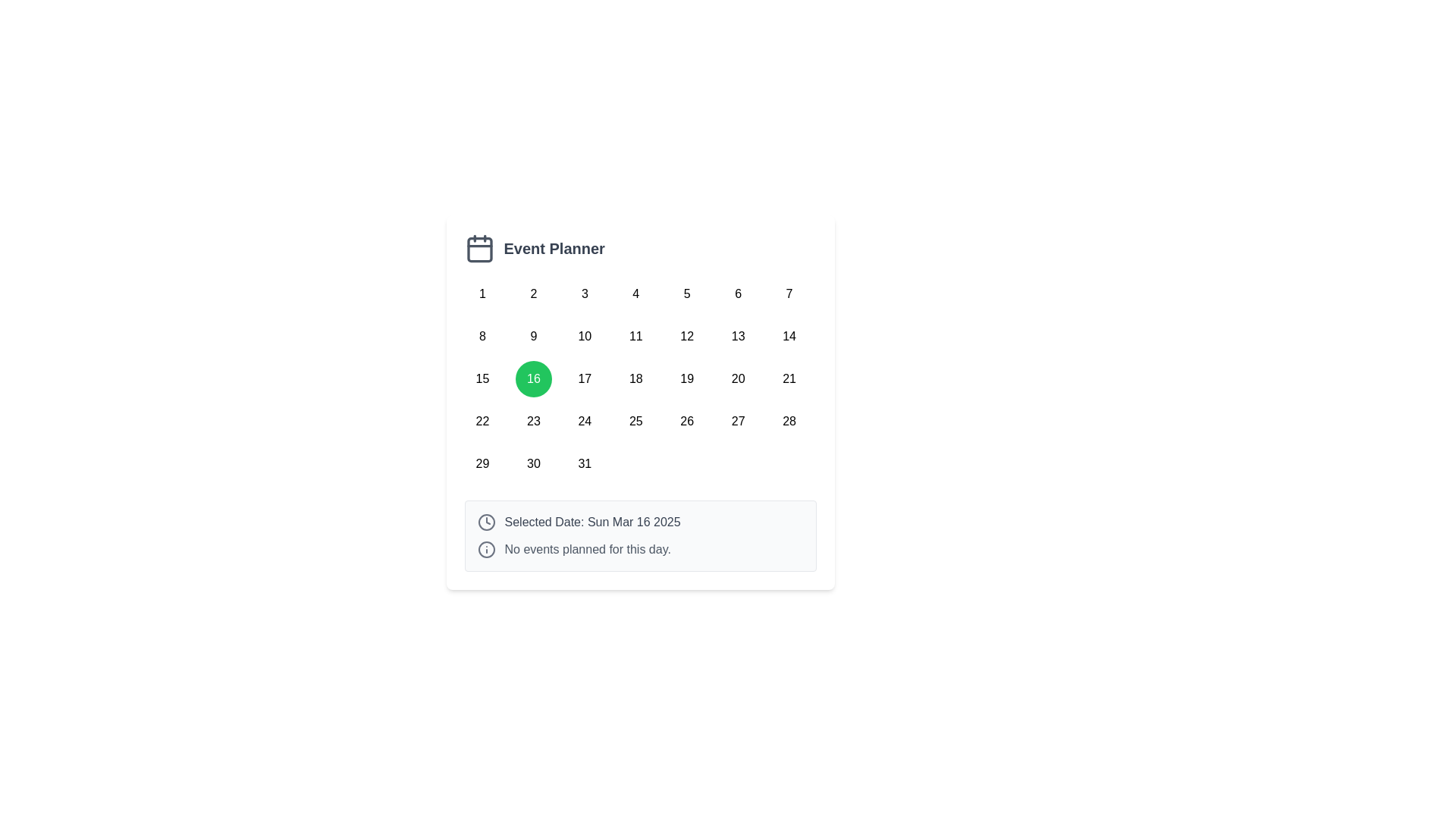 The width and height of the screenshot is (1456, 819). Describe the element at coordinates (482, 335) in the screenshot. I see `the button representing the 8th day in the calendar grid` at that location.